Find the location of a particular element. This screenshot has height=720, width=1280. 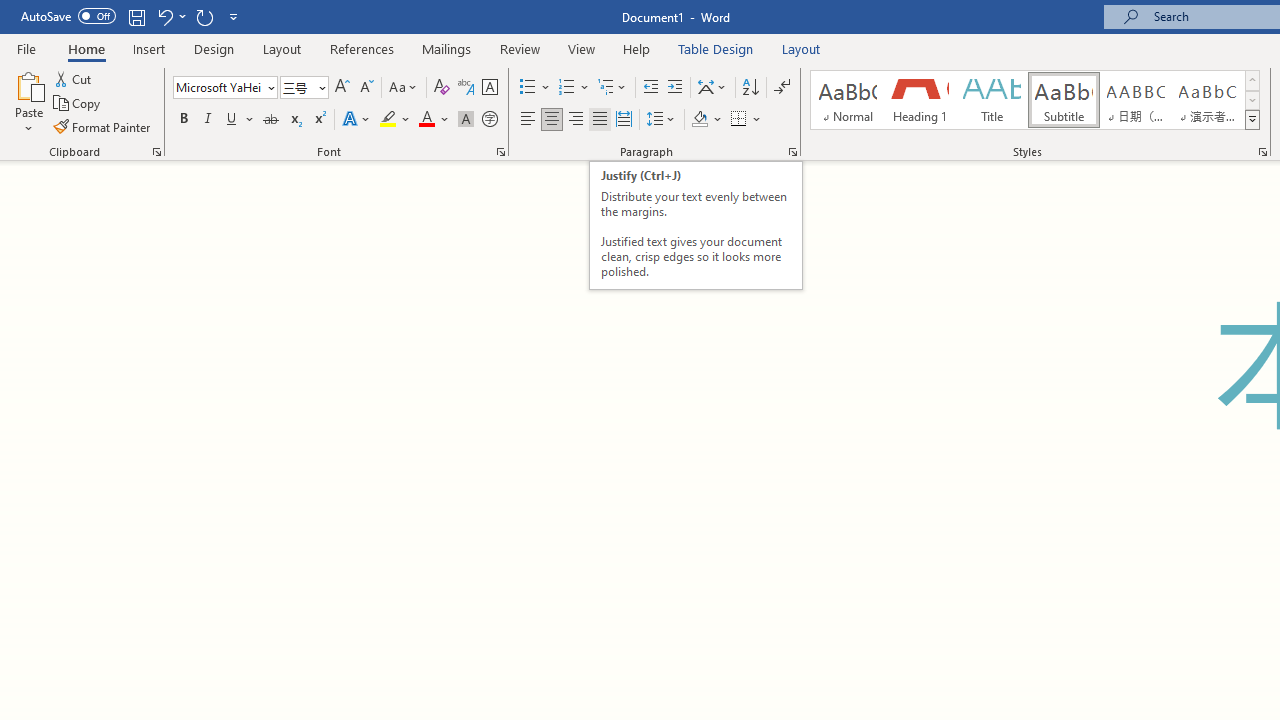

'Enclose Characters...' is located at coordinates (489, 119).